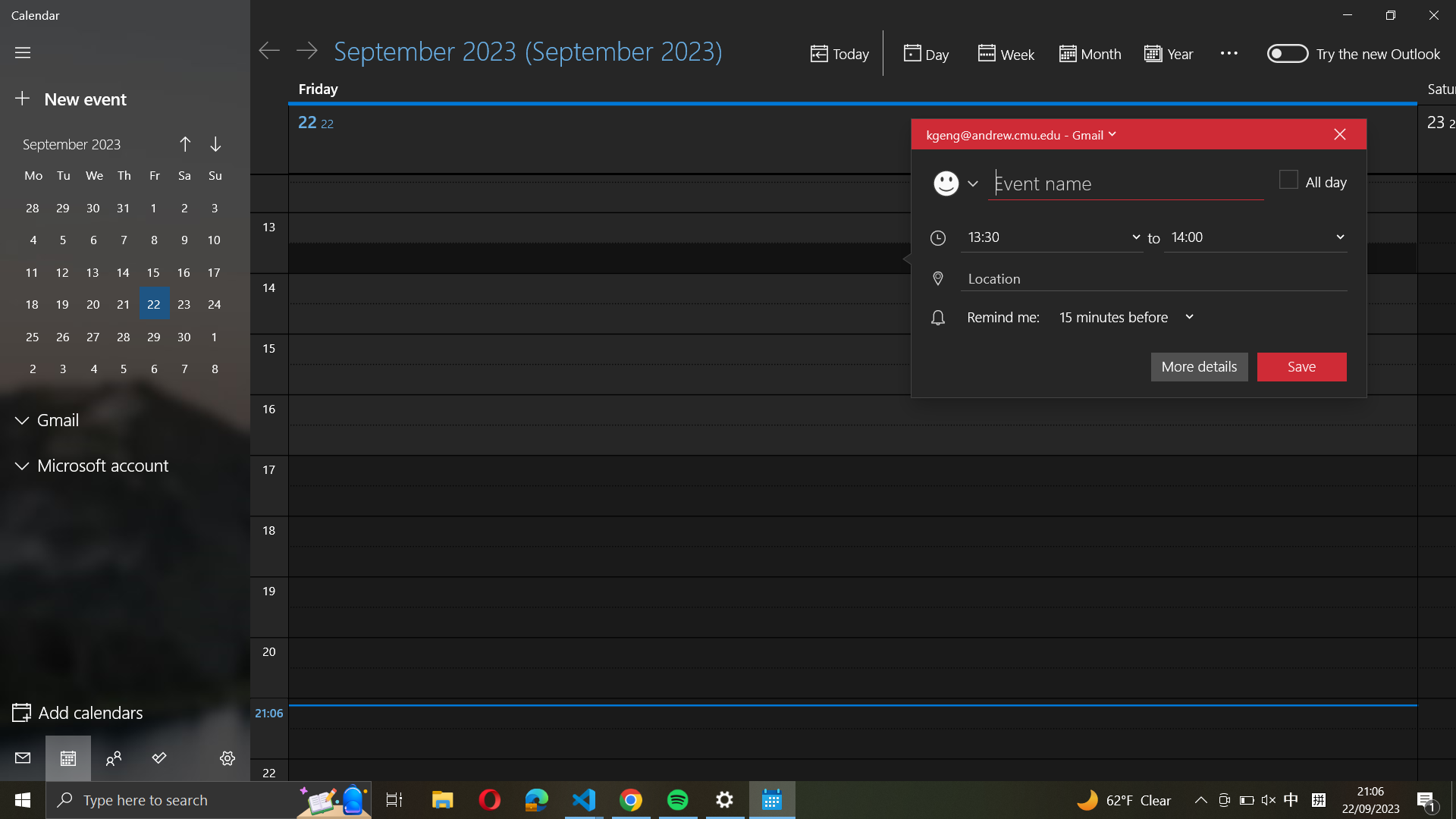 The image size is (1456, 819). Describe the element at coordinates (1339, 133) in the screenshot. I see `Abort the in-progress event` at that location.